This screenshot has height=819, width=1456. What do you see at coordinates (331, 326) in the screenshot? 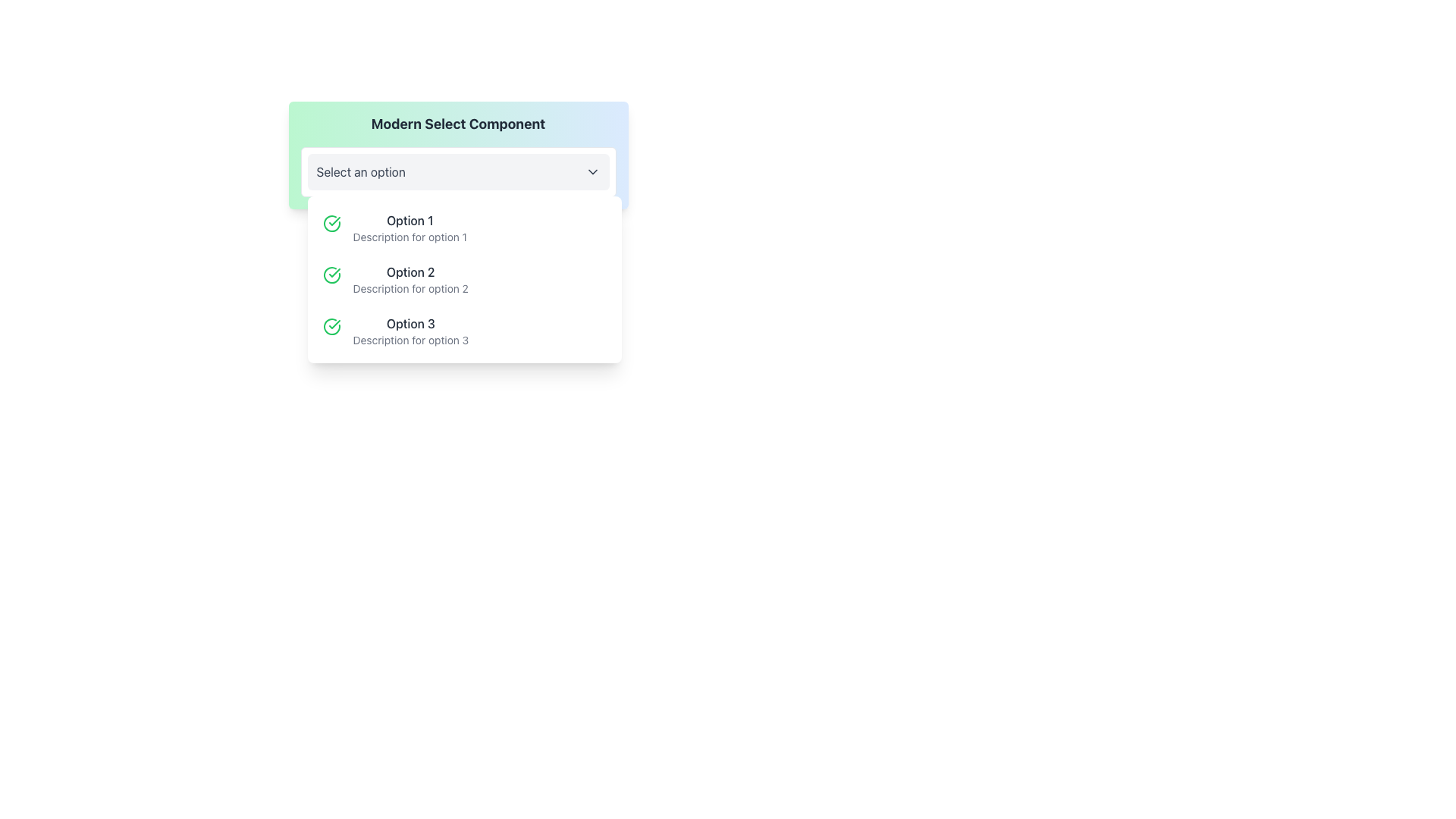
I see `the icon indicator for 'Option 3', which visually confirms that this option is currently selected` at bounding box center [331, 326].